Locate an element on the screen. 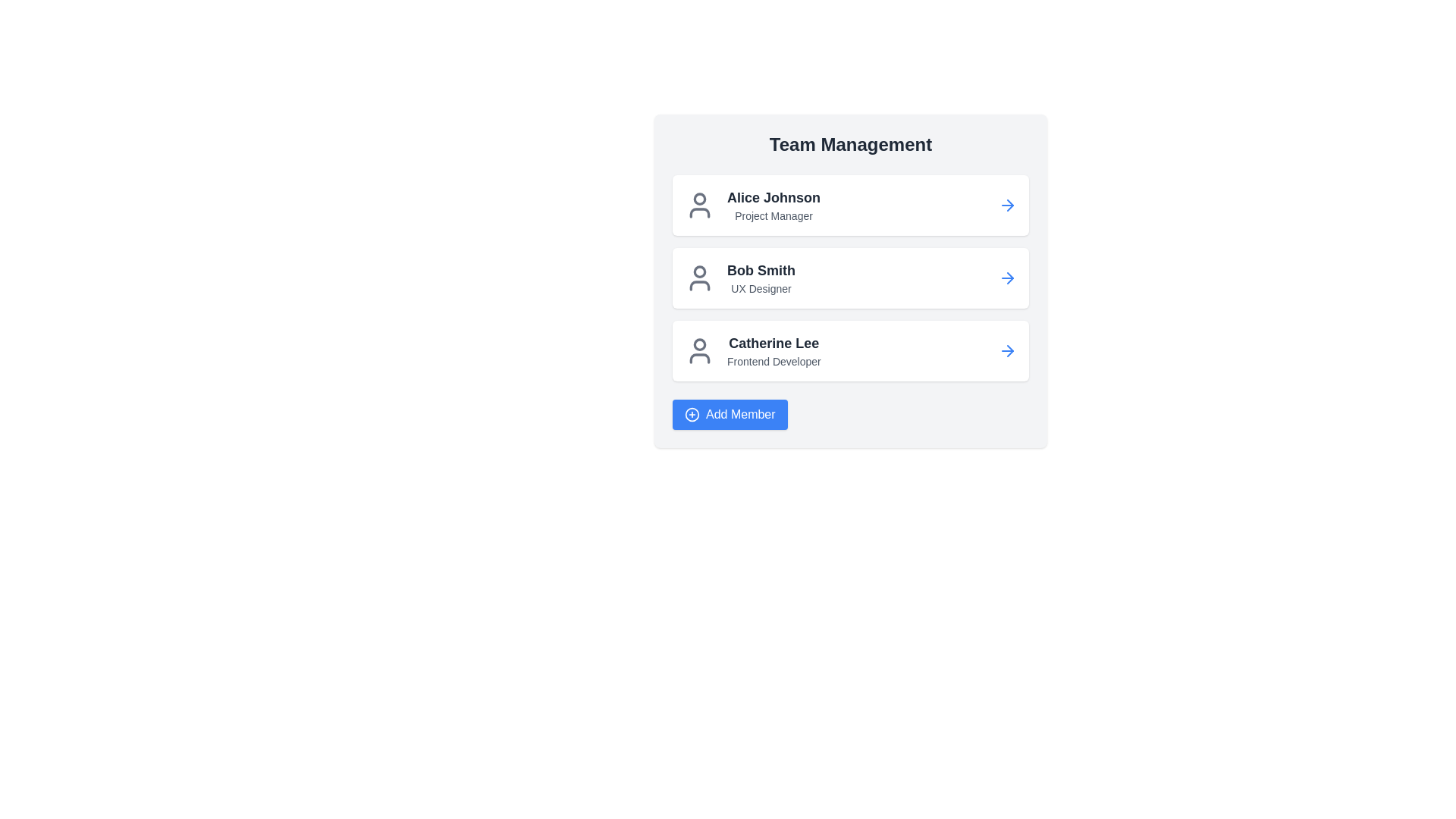  the icon representing 'Catherine Lee' in the 'Team Management' interface, which is located to the left of her name and title is located at coordinates (698, 350).